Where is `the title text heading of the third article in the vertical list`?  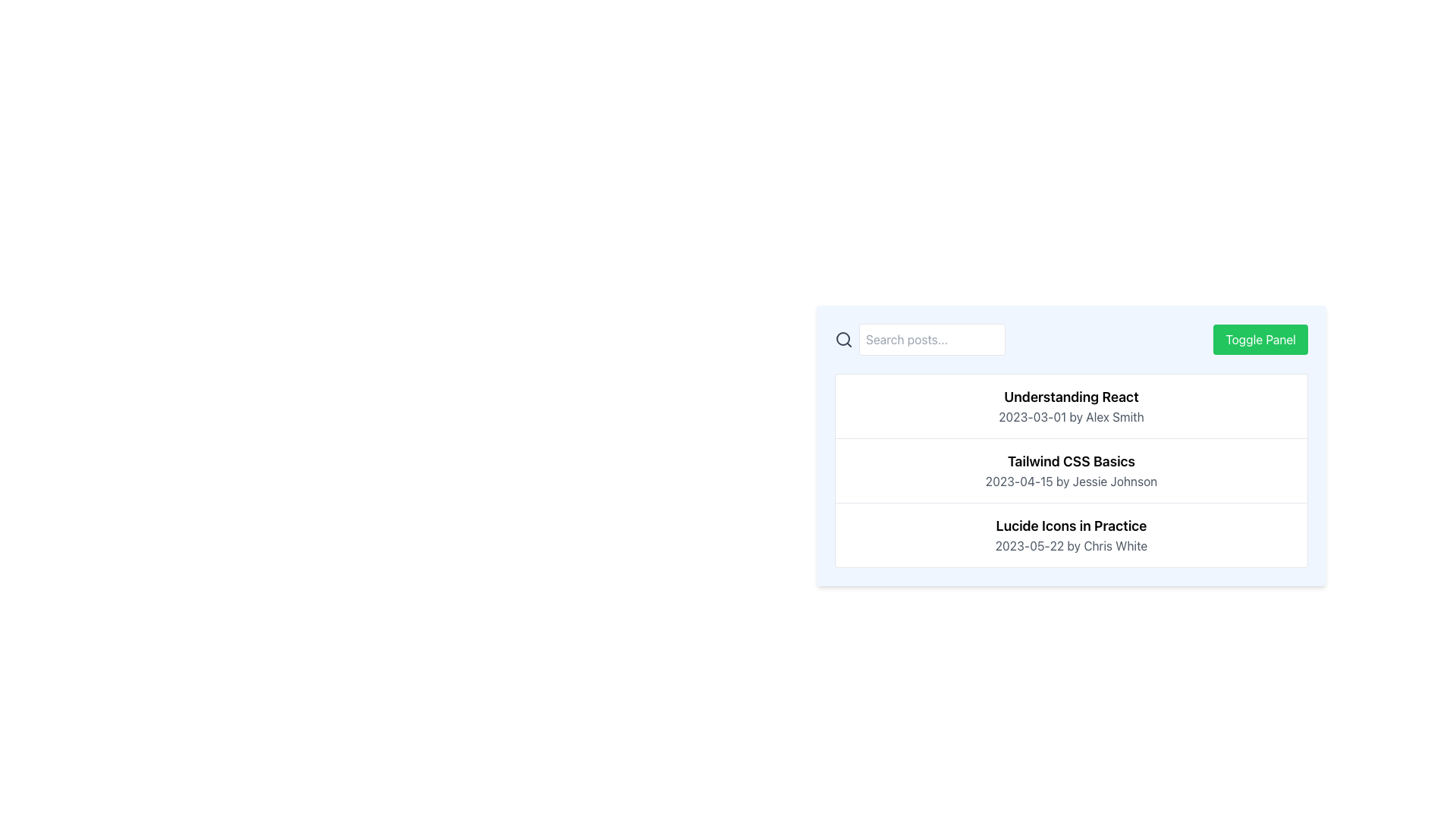 the title text heading of the third article in the vertical list is located at coordinates (1070, 526).